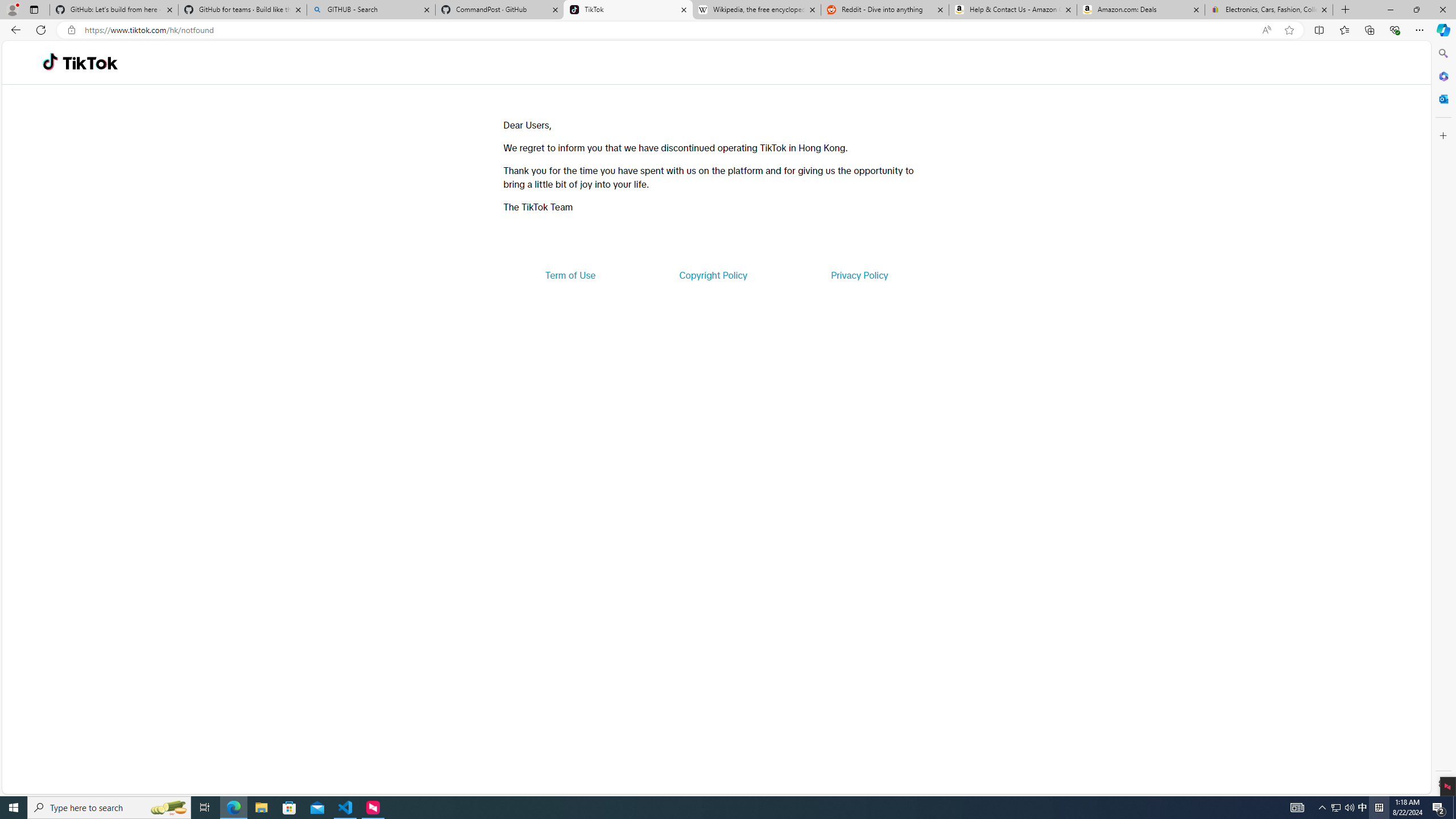  I want to click on 'Read aloud this page (Ctrl+Shift+U)', so click(1266, 30).